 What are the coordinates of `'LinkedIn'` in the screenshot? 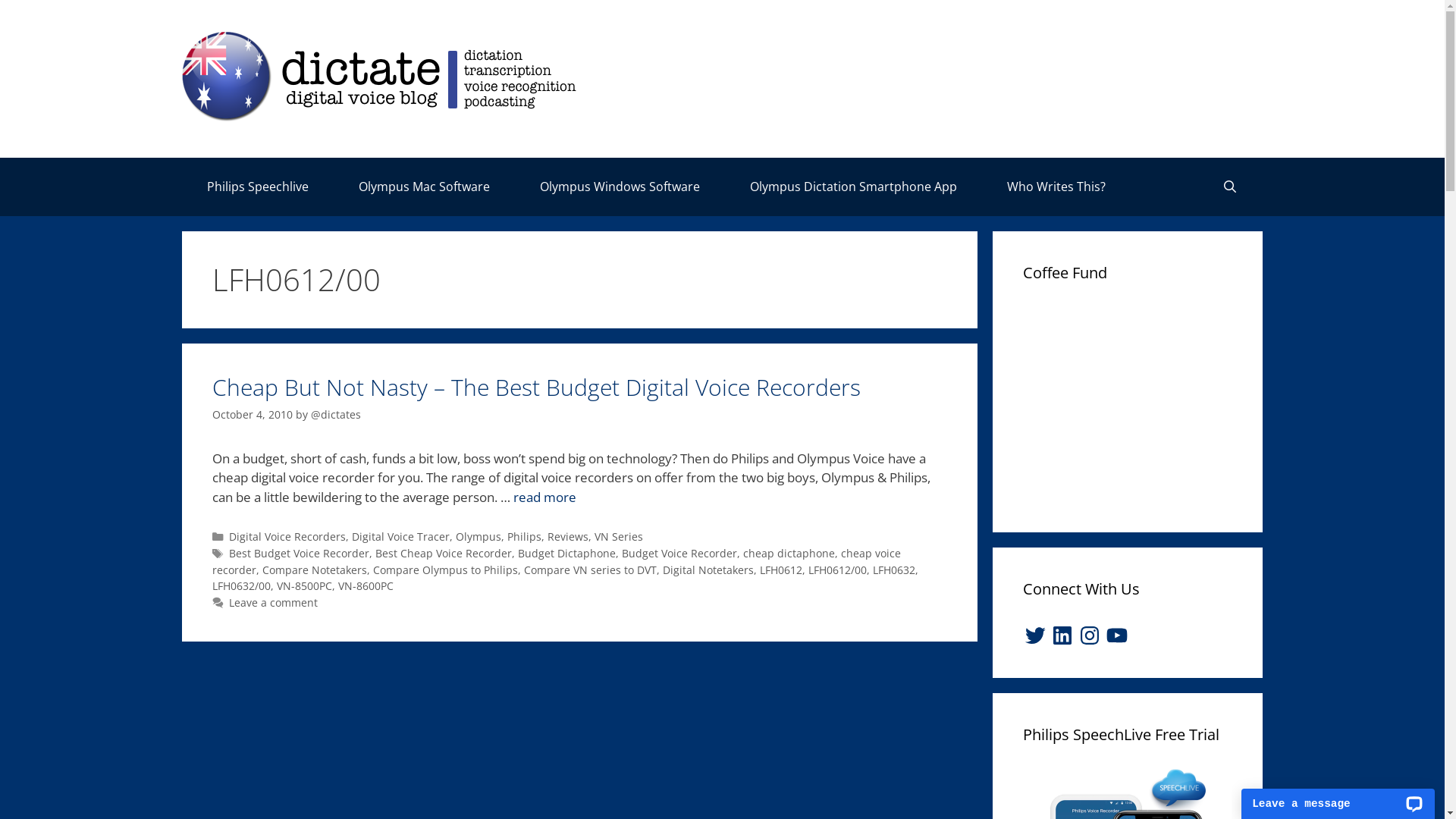 It's located at (1062, 635).